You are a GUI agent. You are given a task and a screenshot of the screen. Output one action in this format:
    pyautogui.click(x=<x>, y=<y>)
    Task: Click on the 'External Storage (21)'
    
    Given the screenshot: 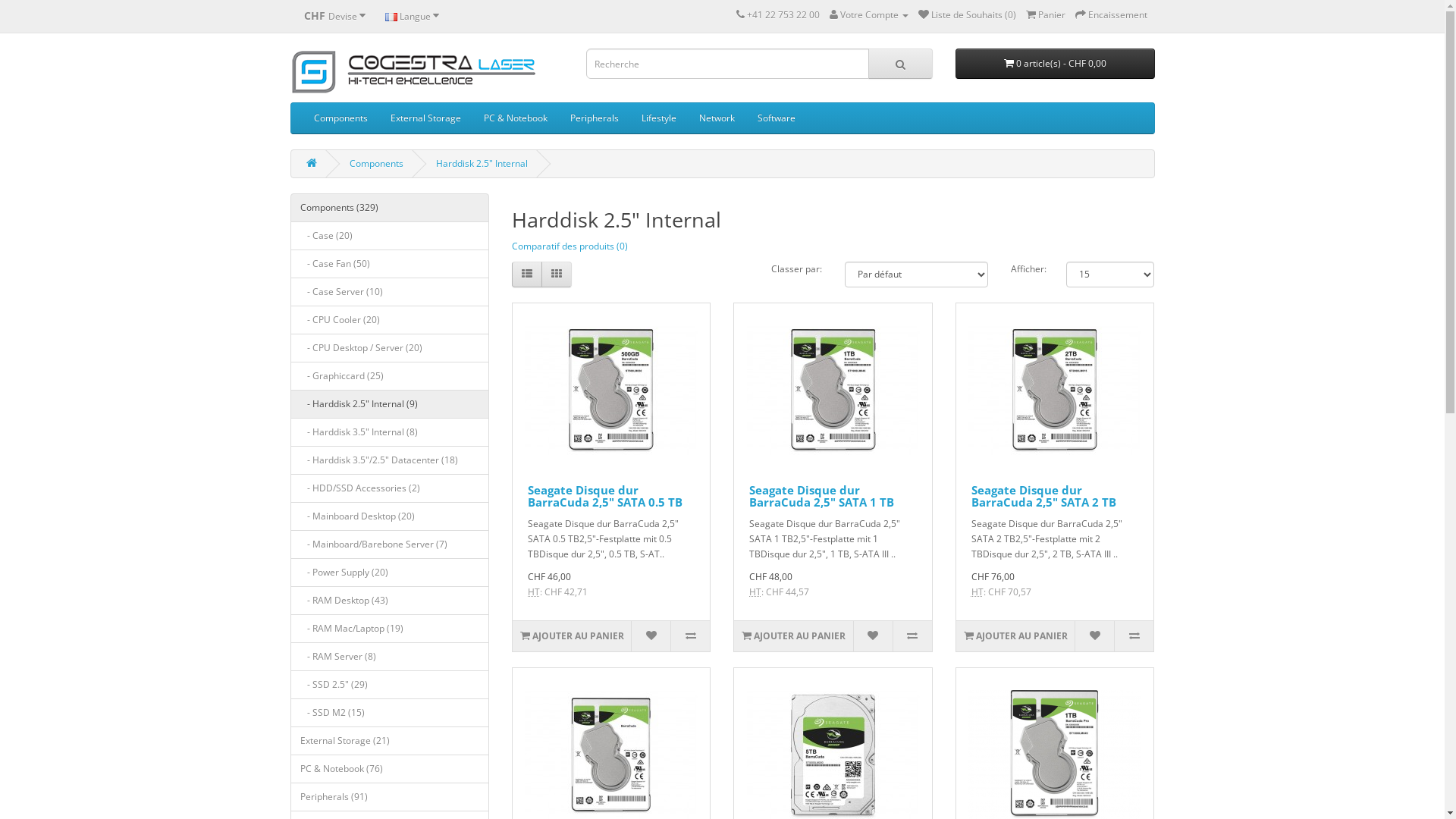 What is the action you would take?
    pyautogui.click(x=389, y=739)
    